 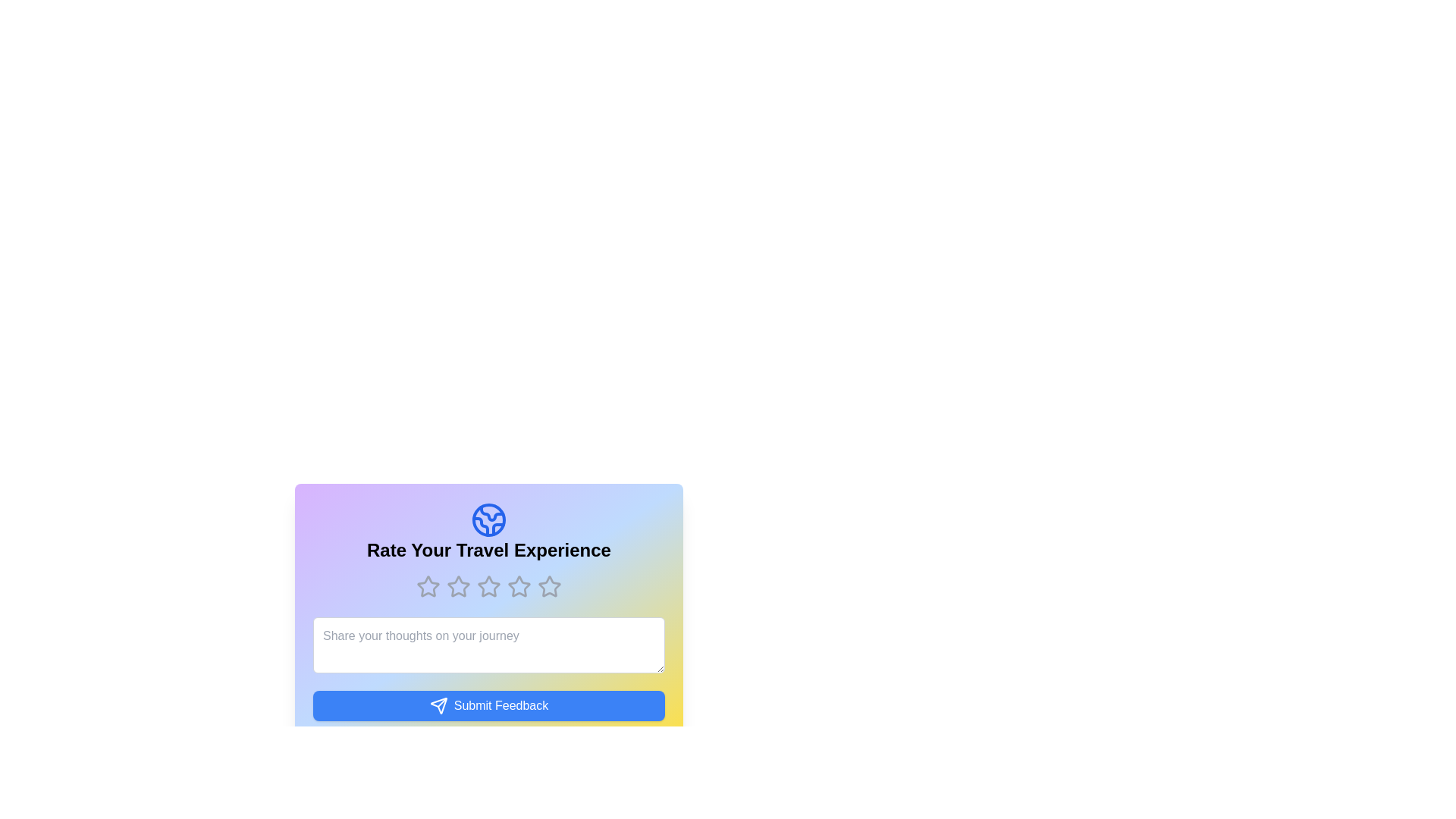 I want to click on the rating to 1 stars by clicking on the corresponding star, so click(x=428, y=586).